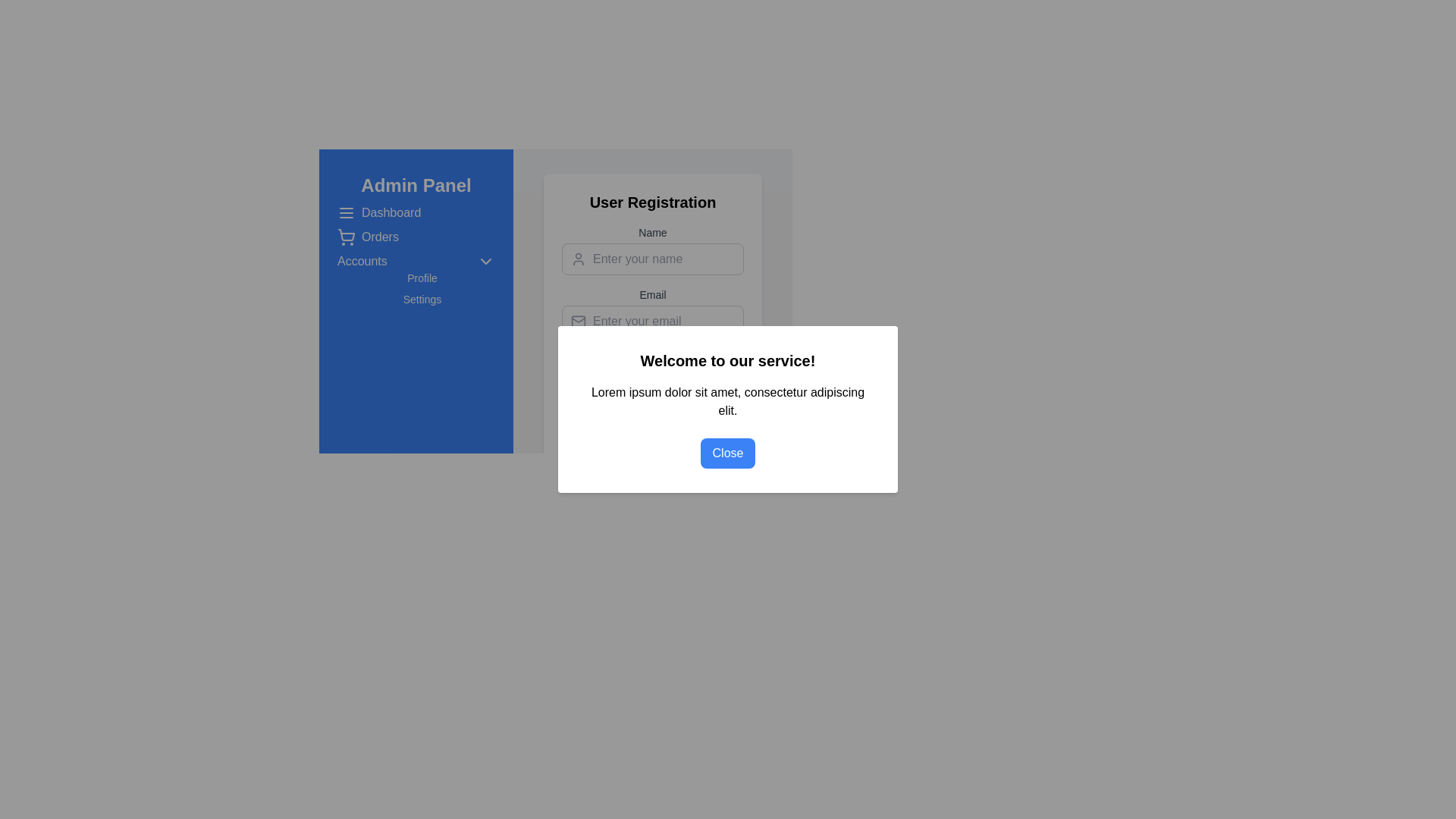 The width and height of the screenshot is (1456, 819). I want to click on the 'Name' label, which is a small, bold, medium gray text element located above the name input field in the user registration form, so click(652, 233).